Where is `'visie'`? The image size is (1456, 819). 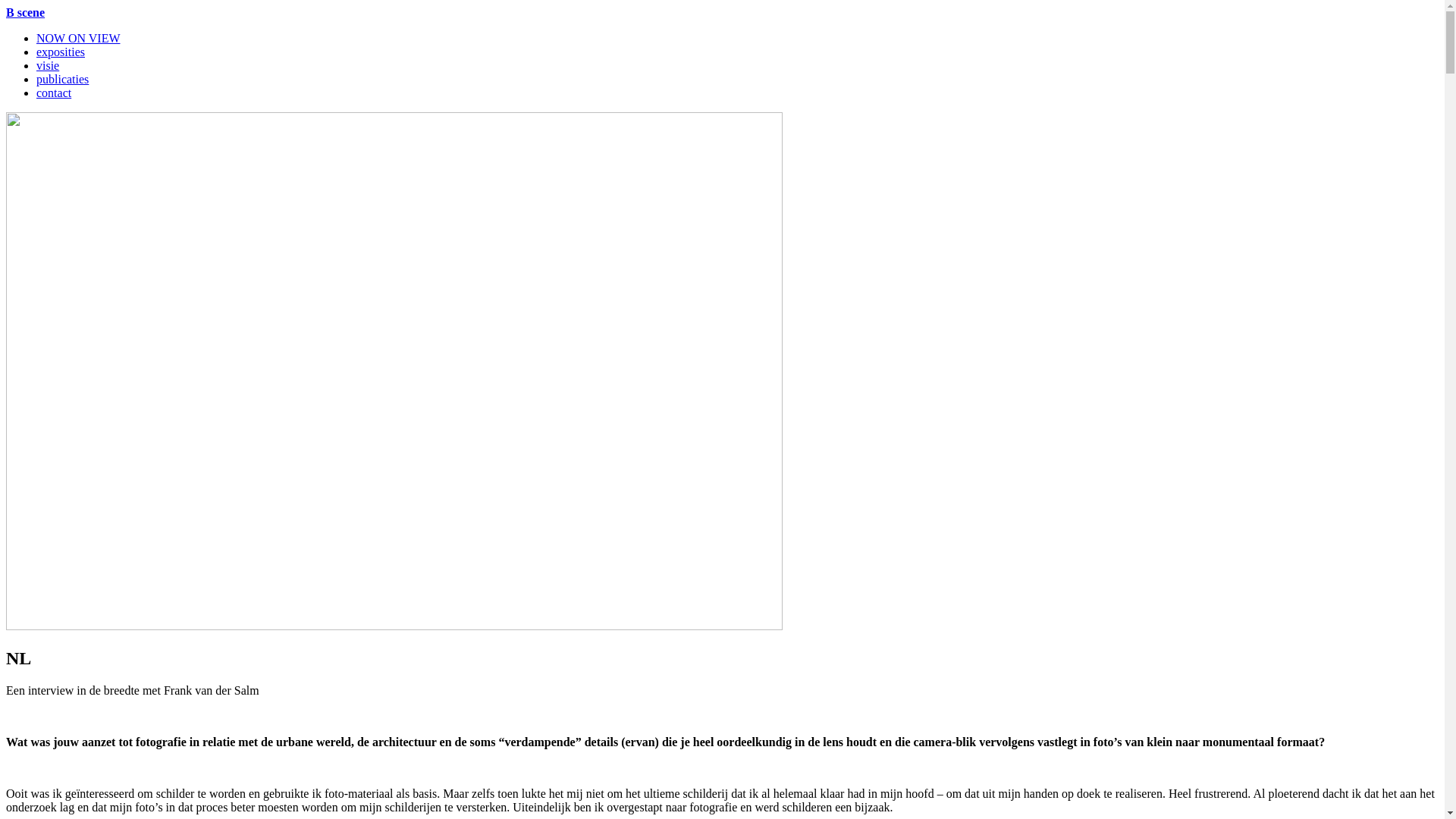 'visie' is located at coordinates (47, 64).